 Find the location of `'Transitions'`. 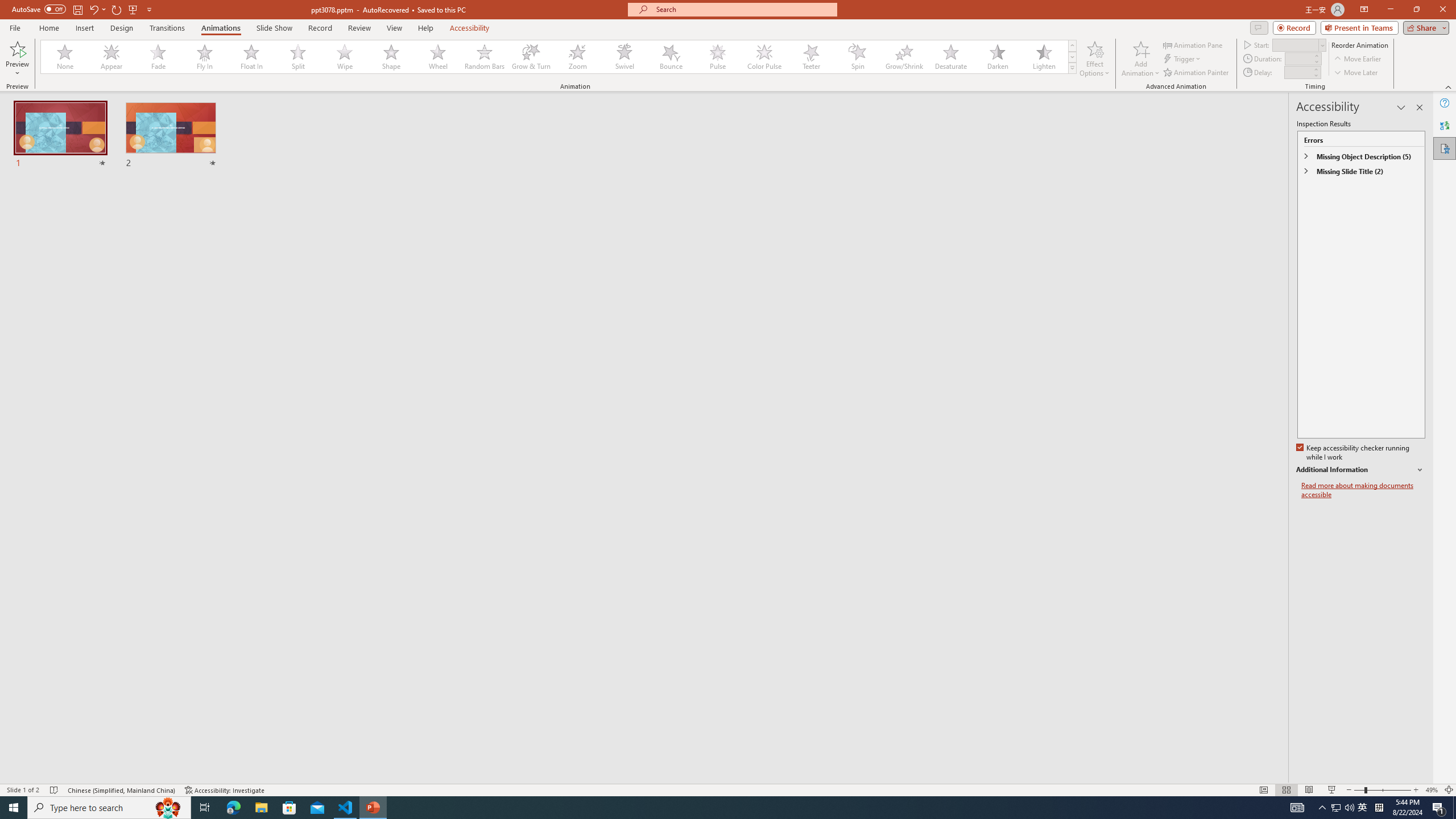

'Transitions' is located at coordinates (167, 28).